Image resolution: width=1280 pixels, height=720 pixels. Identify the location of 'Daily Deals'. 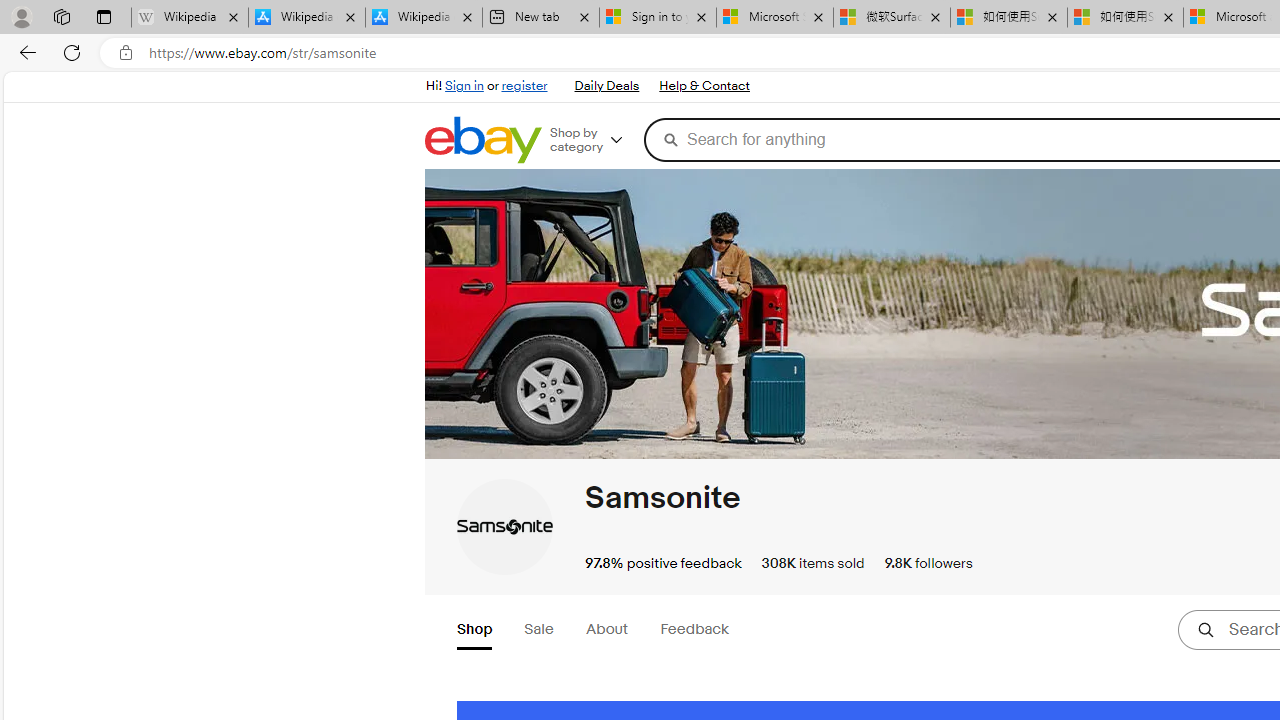
(605, 85).